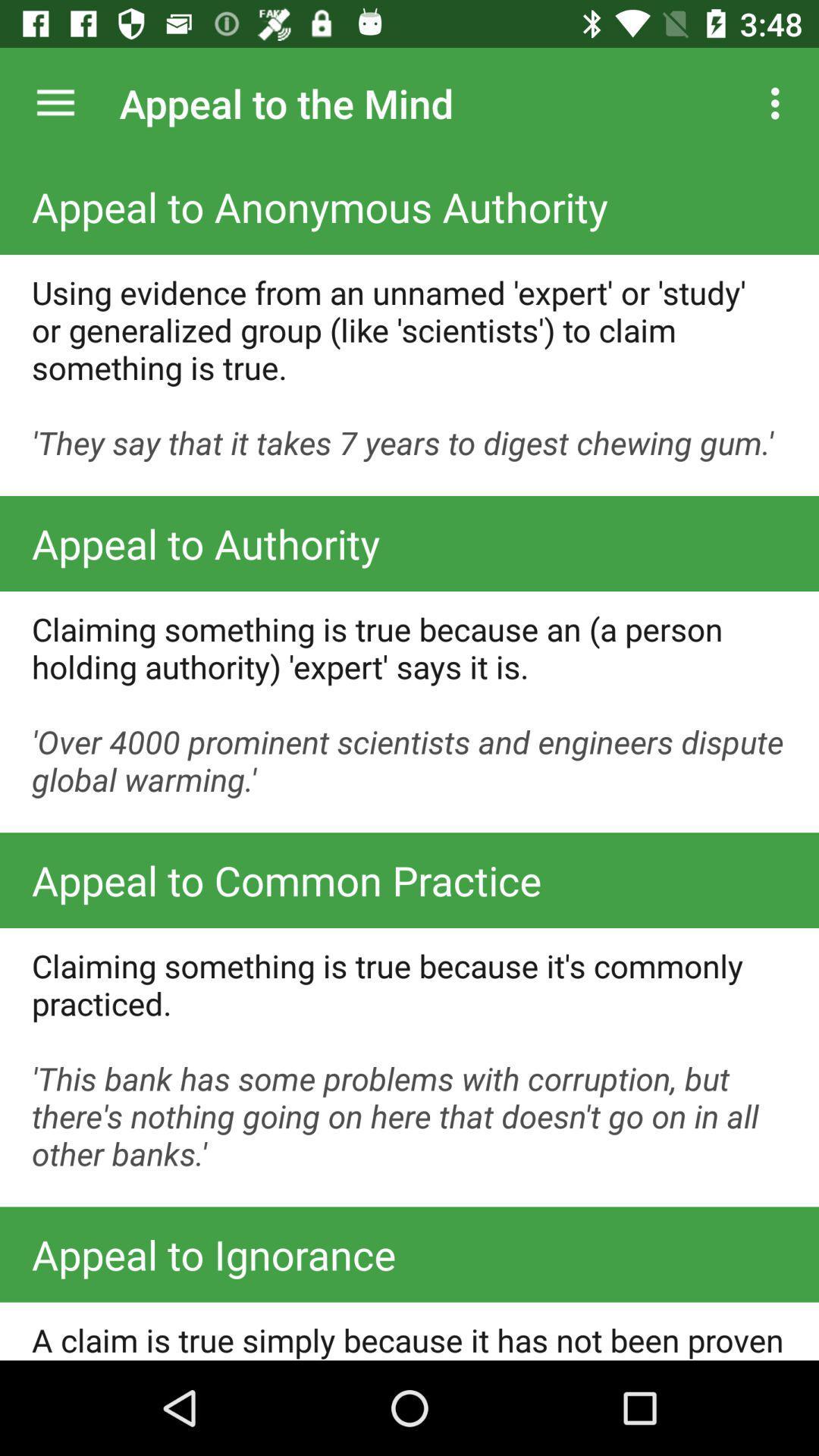 This screenshot has width=819, height=1456. I want to click on icon at the top right corner, so click(779, 102).